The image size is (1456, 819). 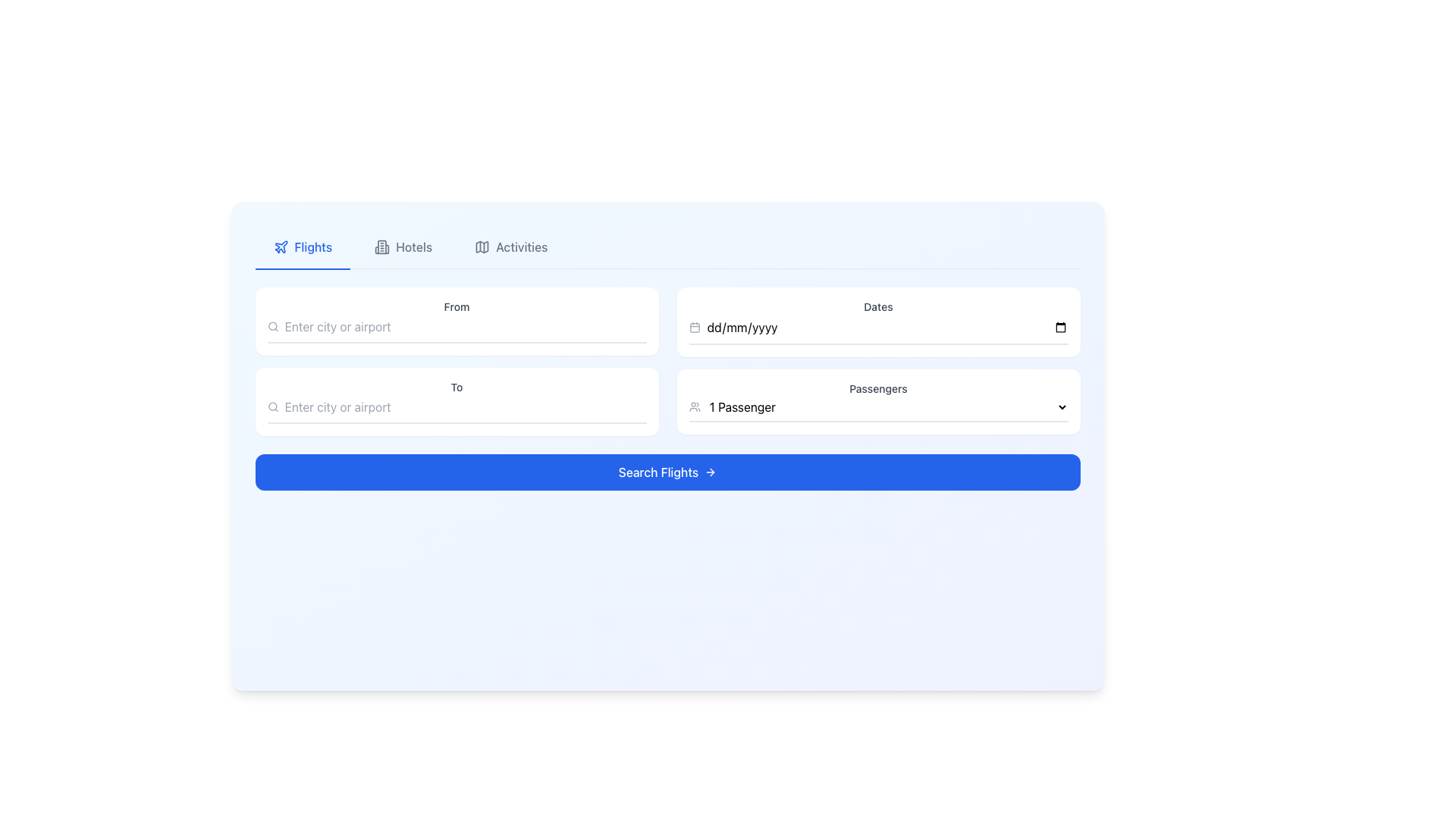 I want to click on the 'Hotels' tab button in the navigation bar, so click(x=403, y=246).